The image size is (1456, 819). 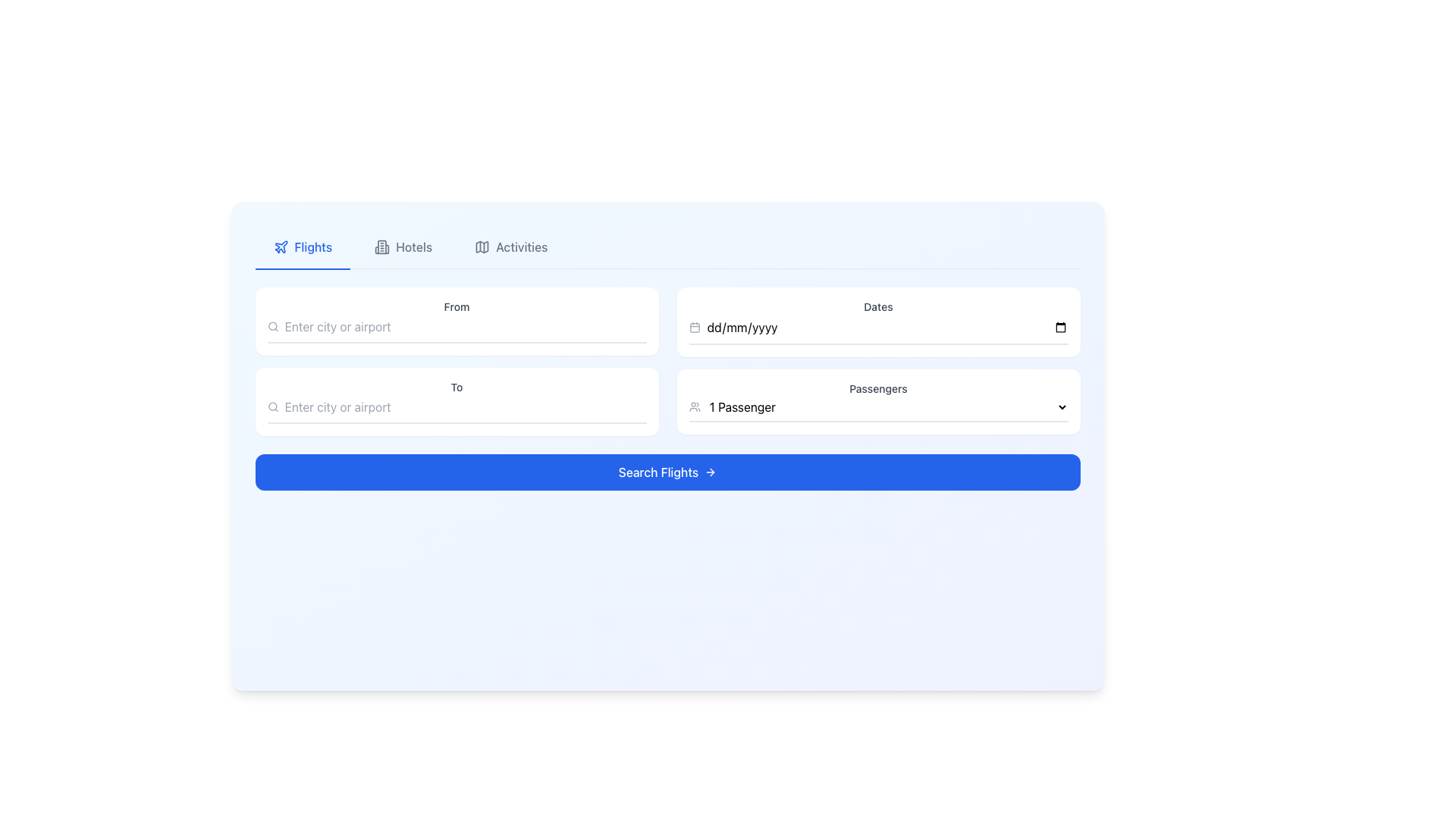 I want to click on the 'Hotels' tab button in the navigation bar, so click(x=403, y=246).